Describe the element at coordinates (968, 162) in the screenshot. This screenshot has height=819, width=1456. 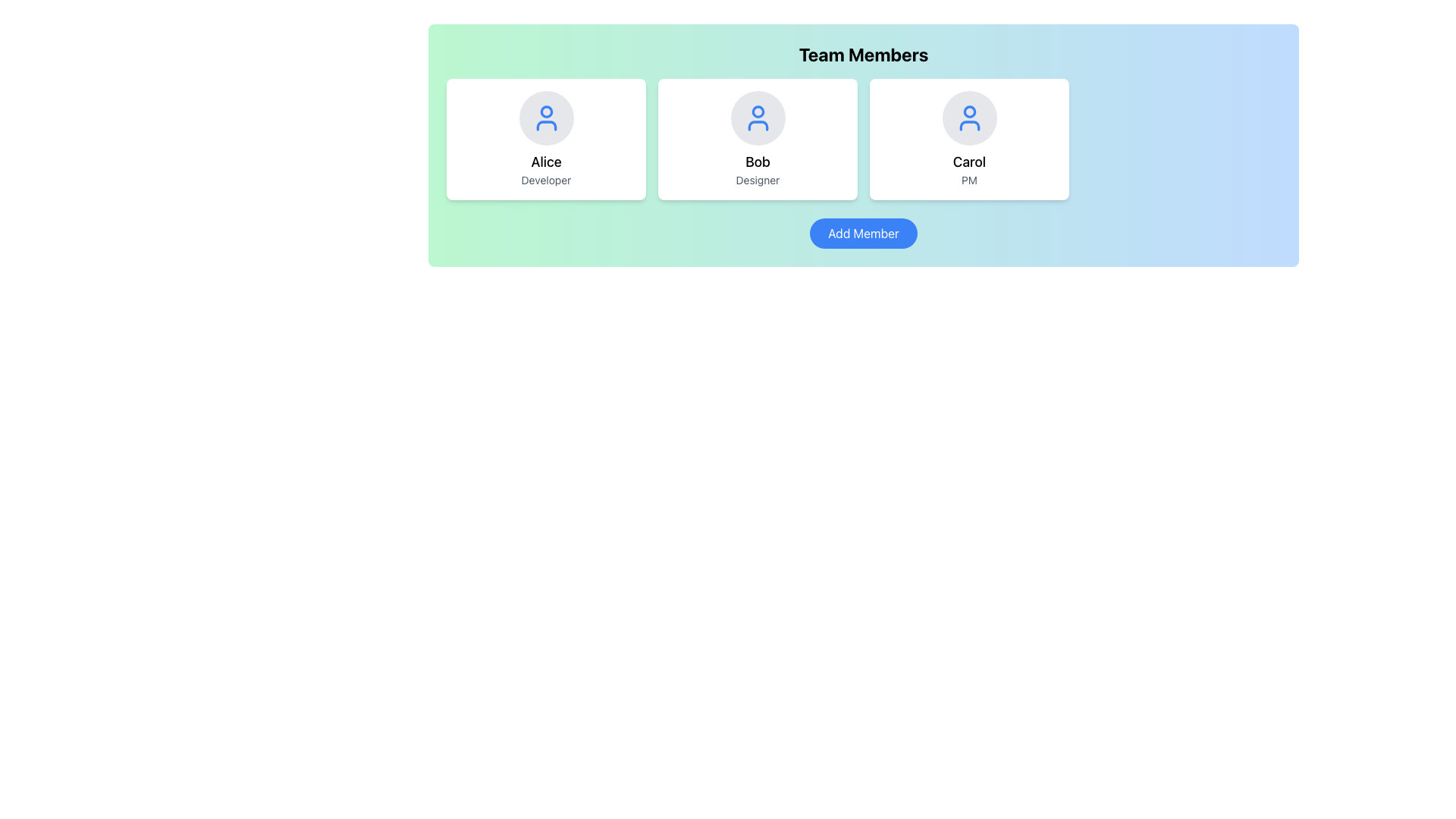
I see `text element 'Carol', which is styled with a medium-sized bold font and located within a white card layout, directly below an avatar and above the label 'PM'` at that location.